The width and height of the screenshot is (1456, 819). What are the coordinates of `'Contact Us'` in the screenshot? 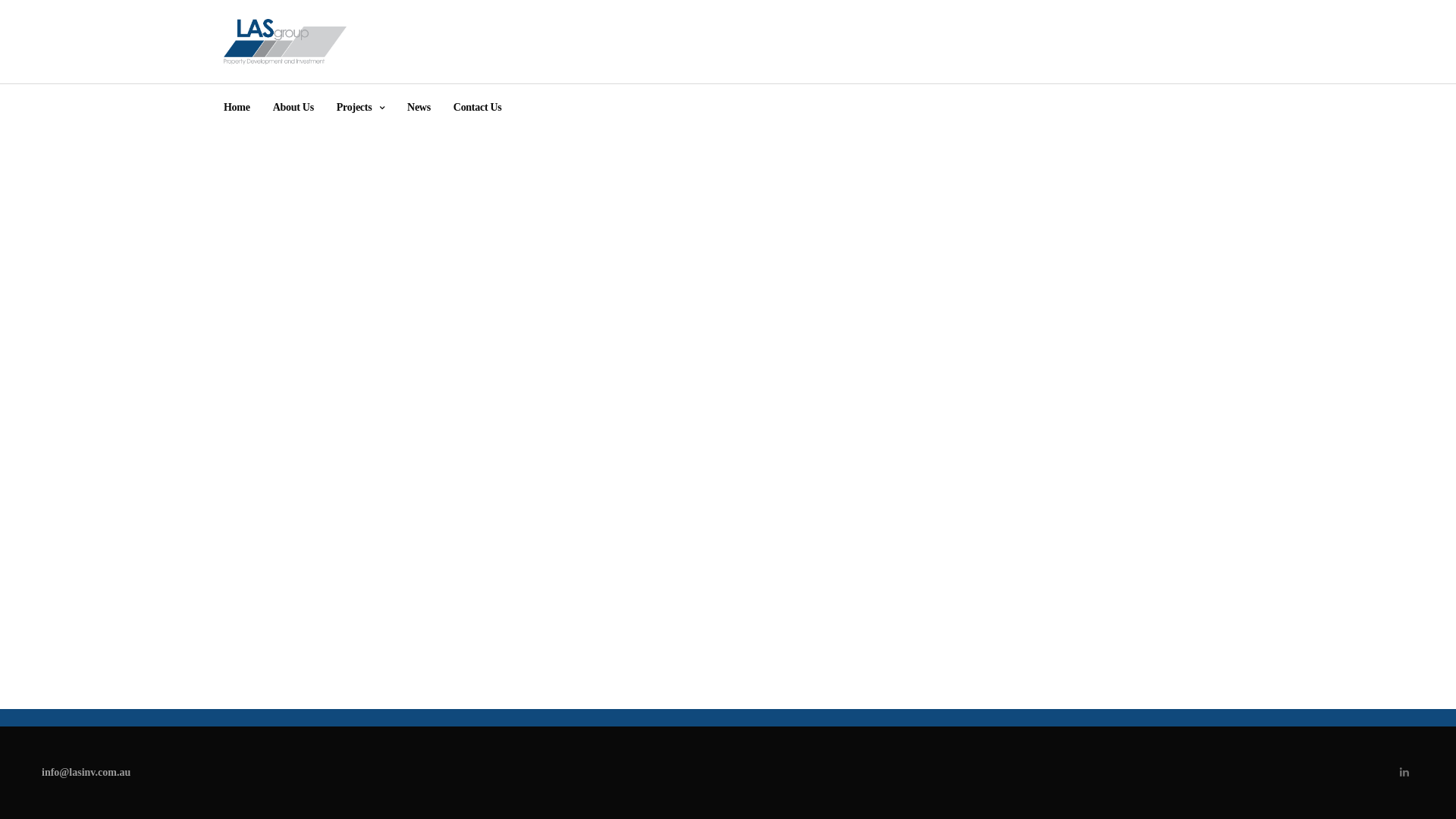 It's located at (453, 107).